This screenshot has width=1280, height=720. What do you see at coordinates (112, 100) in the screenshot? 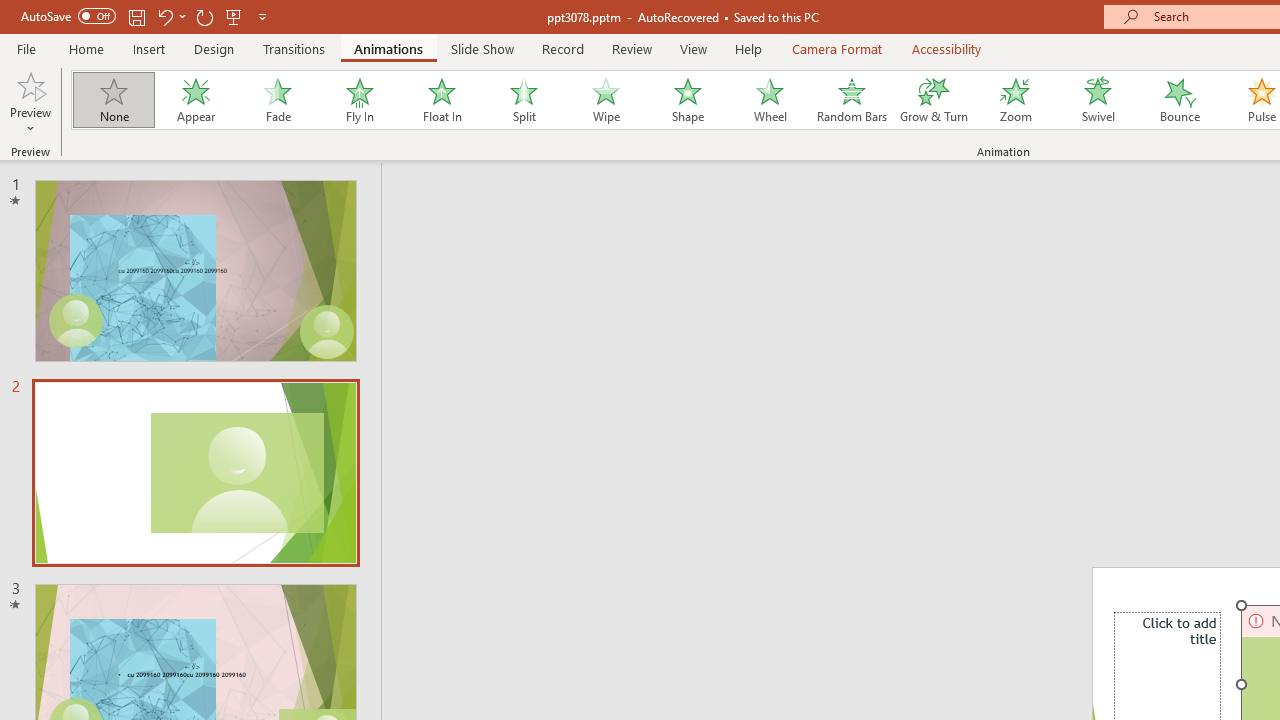
I see `'None'` at bounding box center [112, 100].